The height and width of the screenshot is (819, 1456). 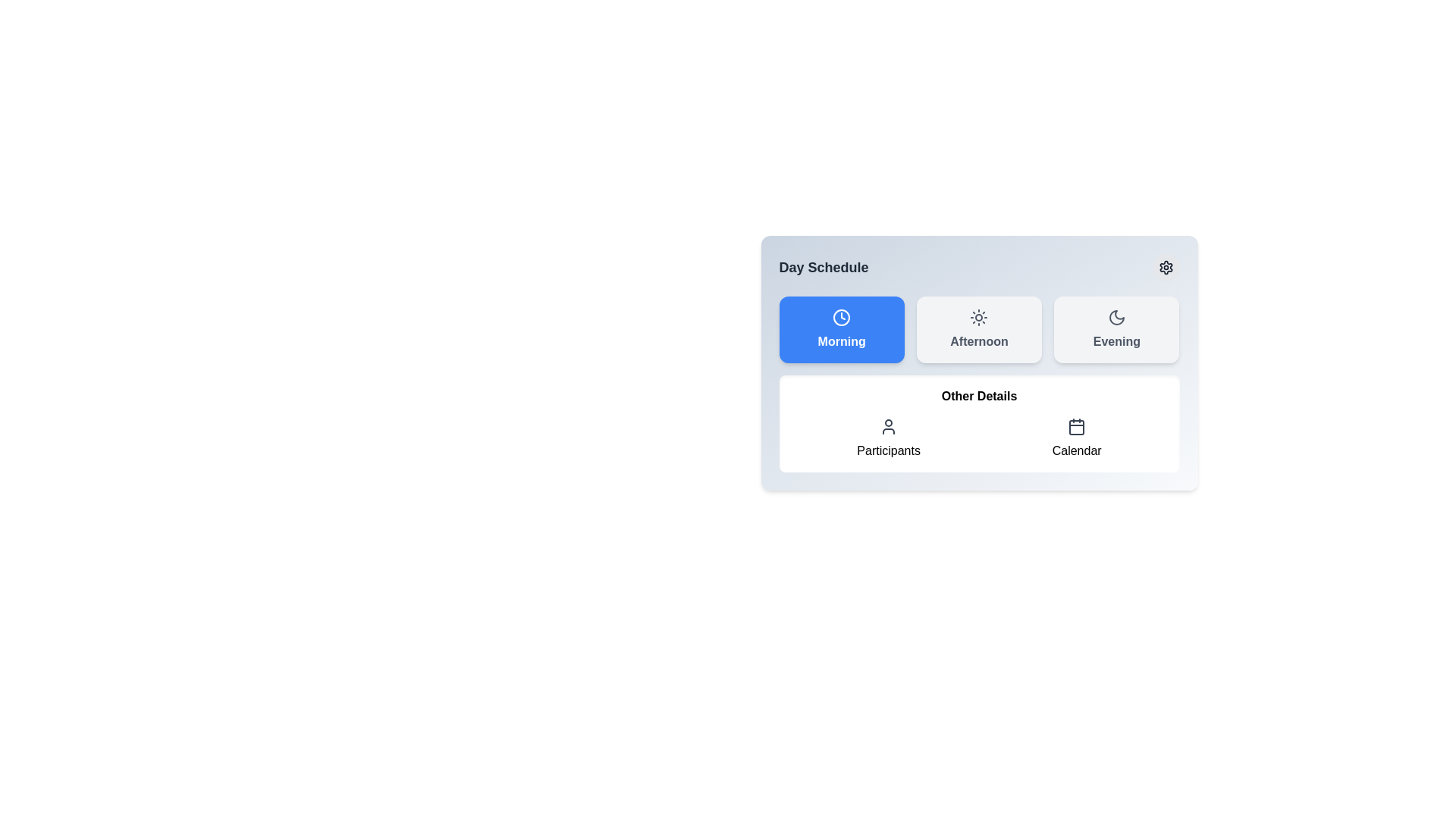 I want to click on the 'Evening' button located in the top-right corner of the 'Day Schedule' section via keyboard navigation, so click(x=1116, y=329).